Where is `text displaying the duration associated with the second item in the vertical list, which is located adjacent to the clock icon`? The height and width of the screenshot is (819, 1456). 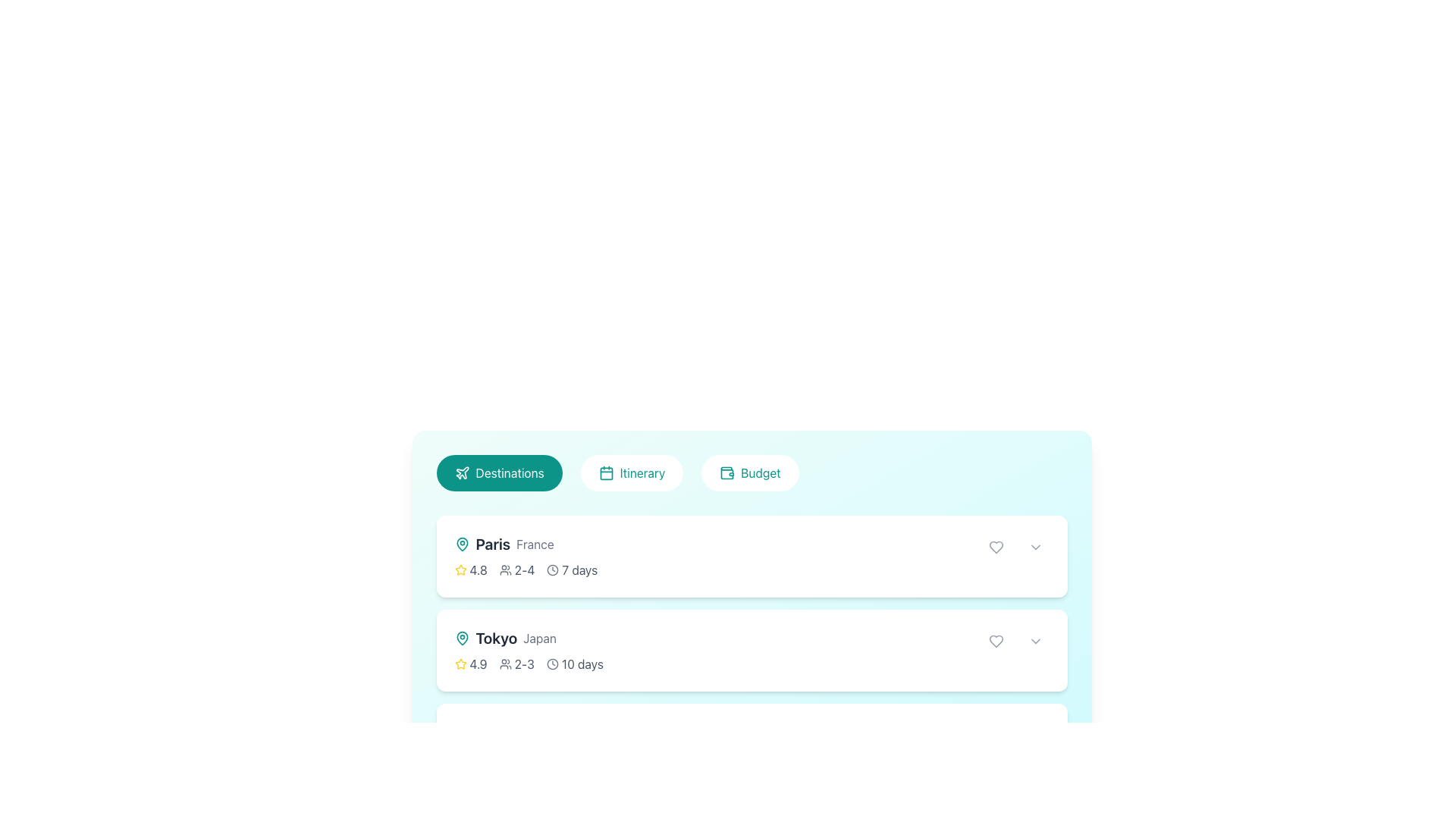
text displaying the duration associated with the second item in the vertical list, which is located adjacent to the clock icon is located at coordinates (582, 663).